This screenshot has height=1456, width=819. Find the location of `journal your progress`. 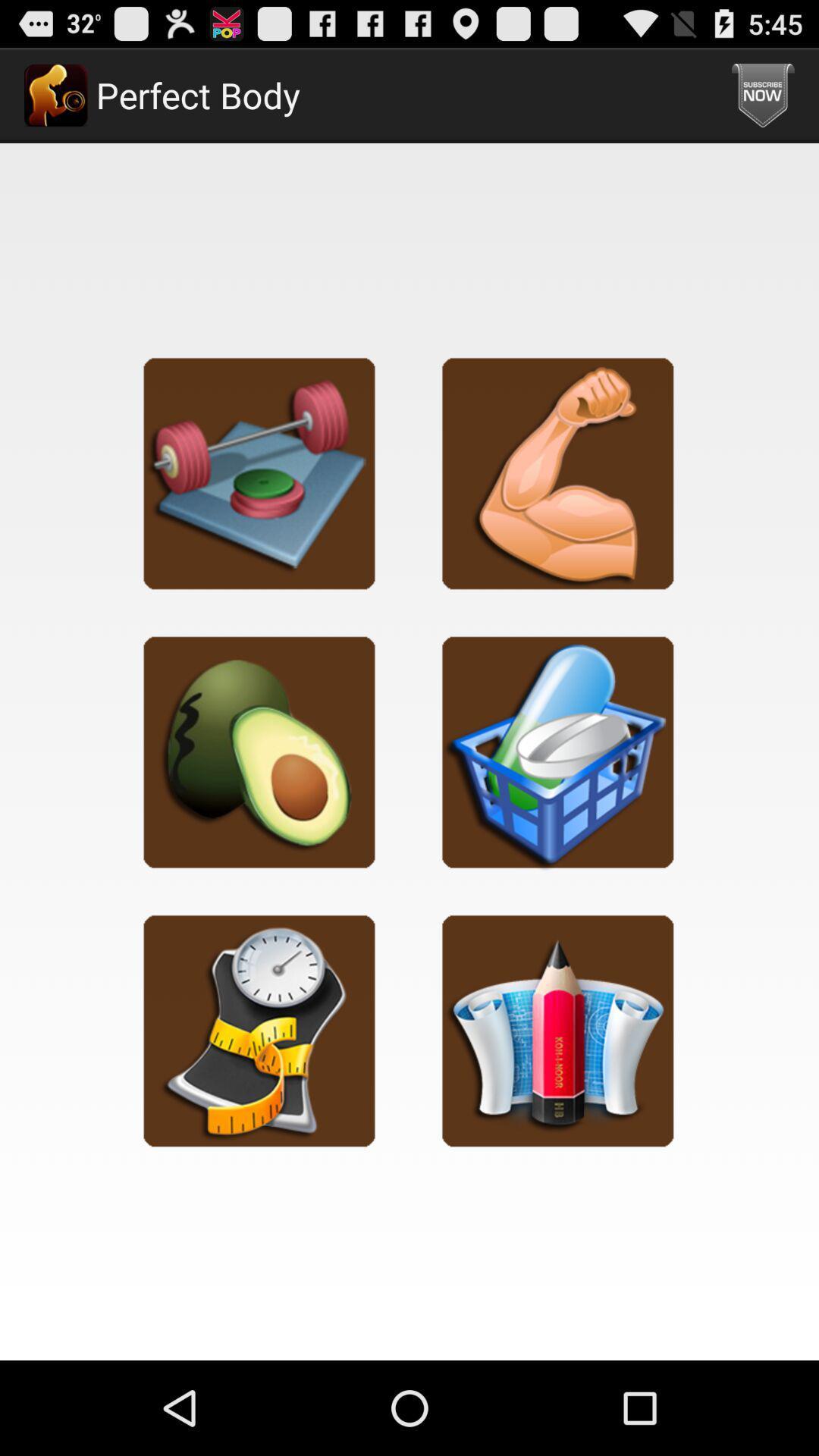

journal your progress is located at coordinates (558, 1030).